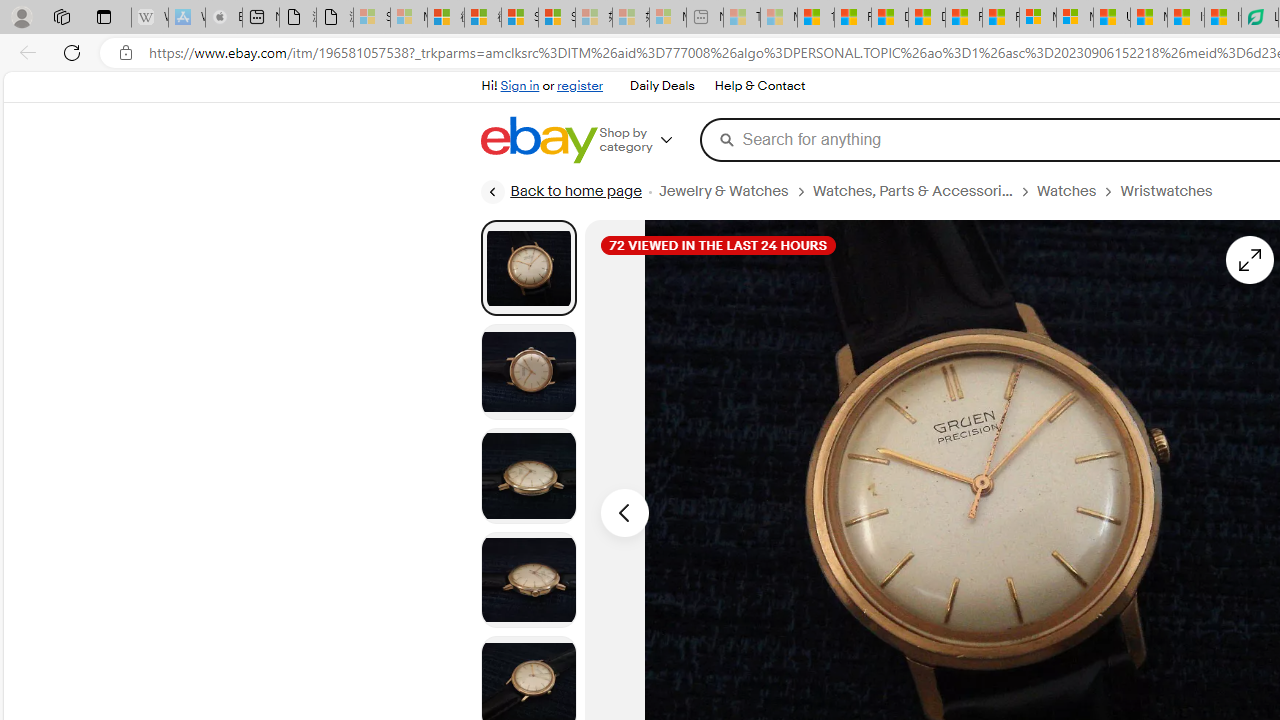 This screenshot has width=1280, height=720. What do you see at coordinates (1111, 17) in the screenshot?
I see `'US Heat Deaths Soared To Record High Last Year'` at bounding box center [1111, 17].